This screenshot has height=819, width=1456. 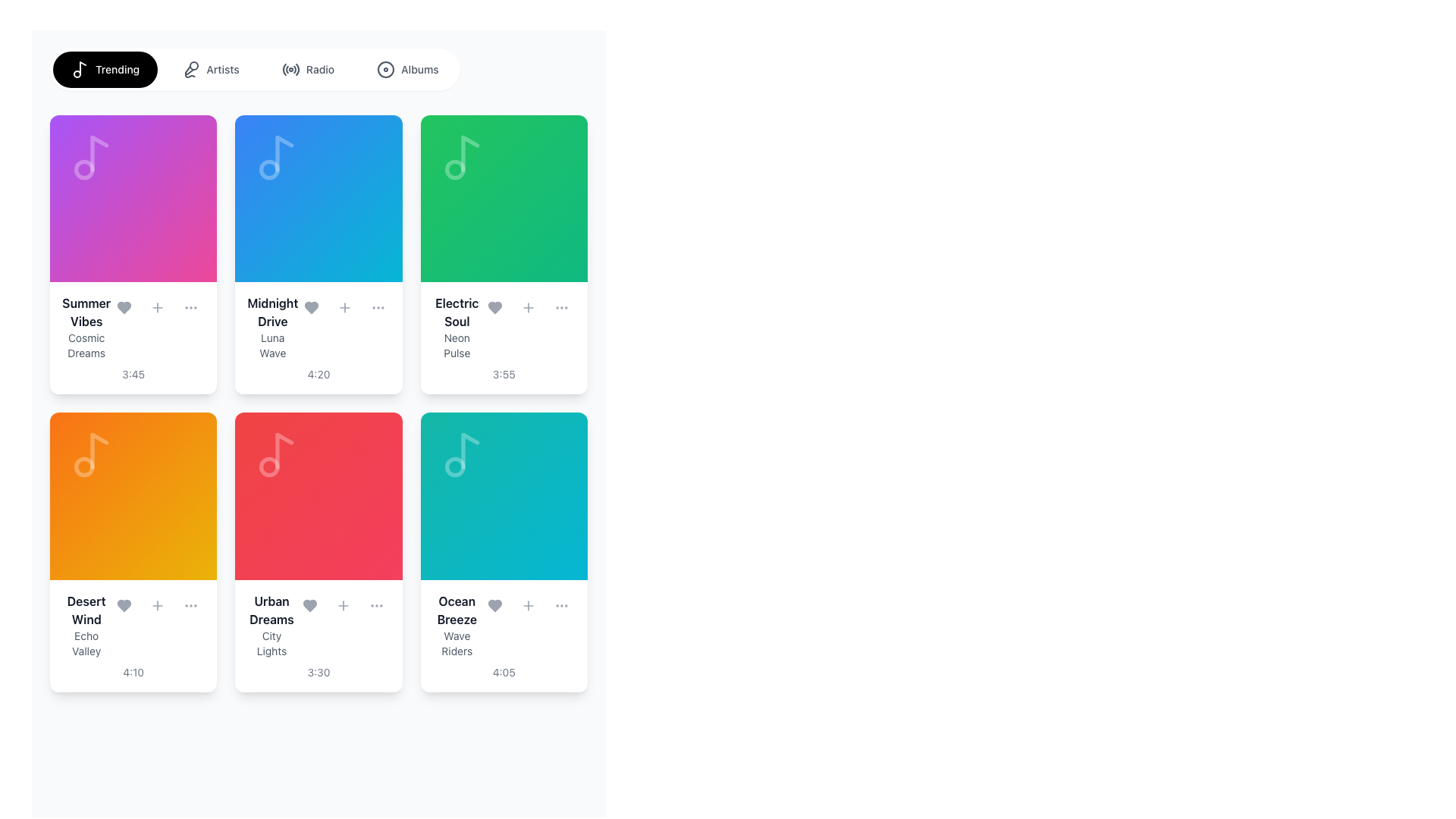 What do you see at coordinates (462, 454) in the screenshot?
I see `the decorative music-related icon located in the upper portion of the 'Ocean Breeze' card with a teal background` at bounding box center [462, 454].